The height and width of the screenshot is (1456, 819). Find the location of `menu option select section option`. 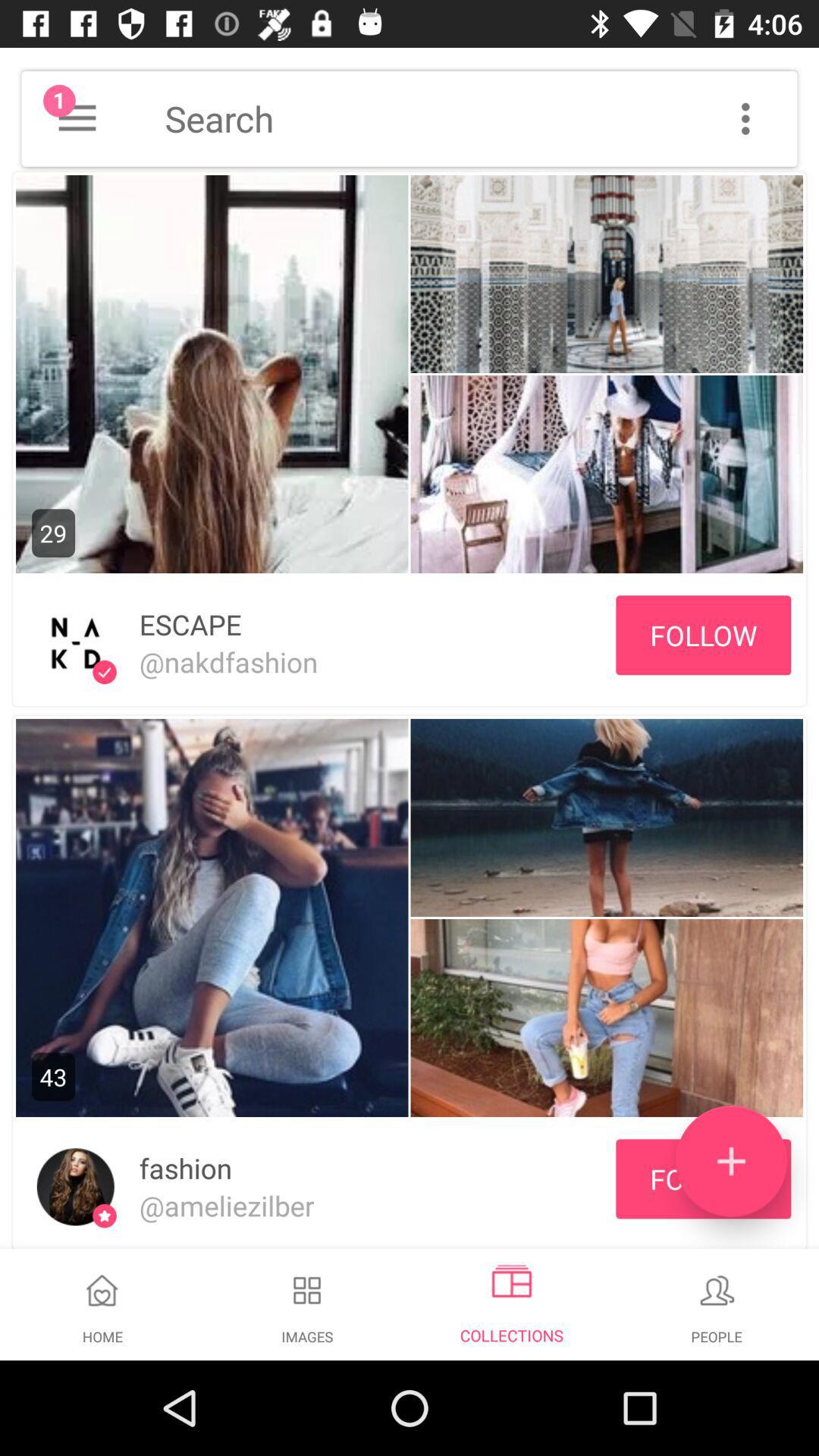

menu option select section option is located at coordinates (409, 1313).